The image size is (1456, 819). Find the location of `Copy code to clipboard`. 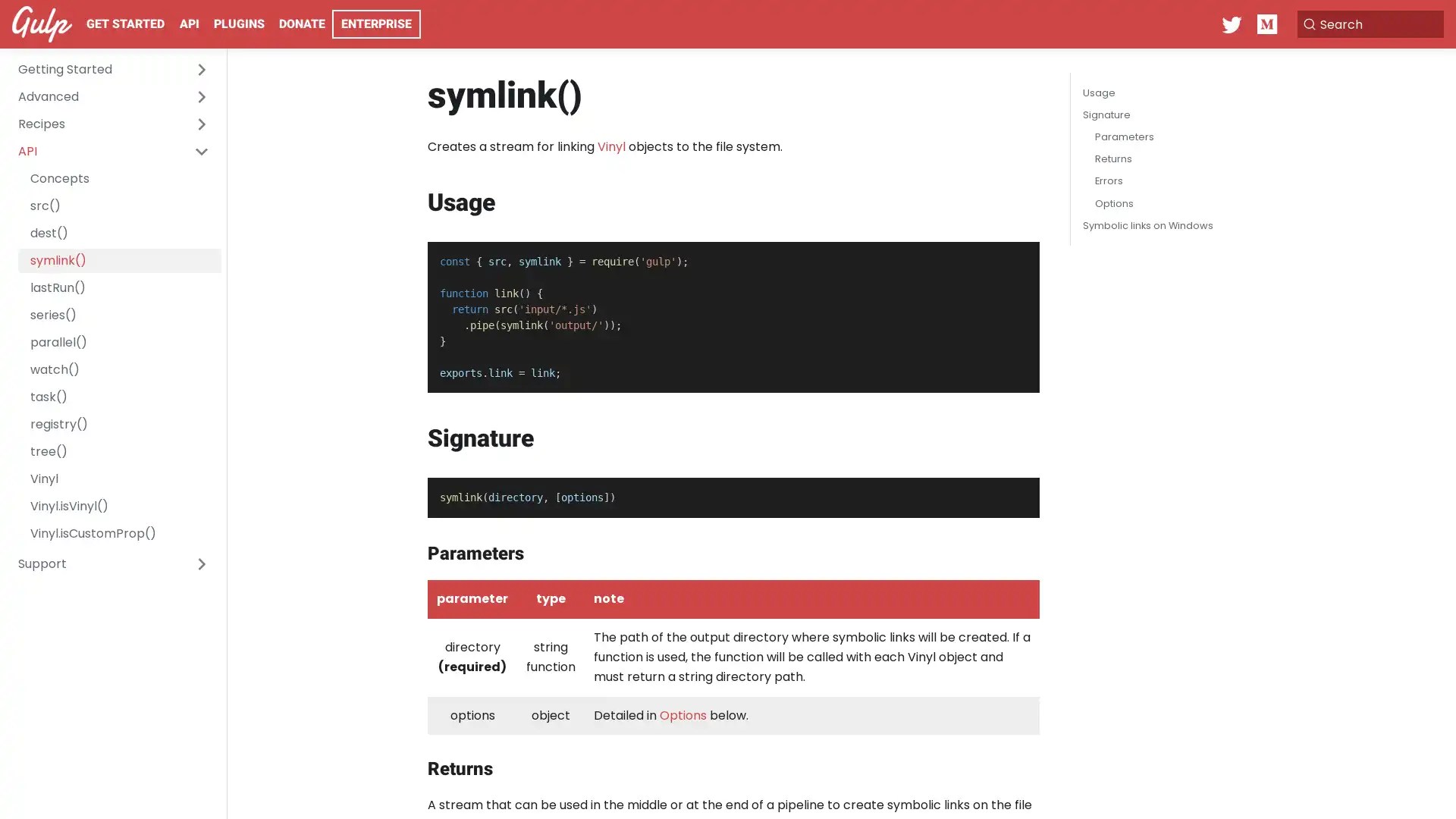

Copy code to clipboard is located at coordinates (1015, 257).